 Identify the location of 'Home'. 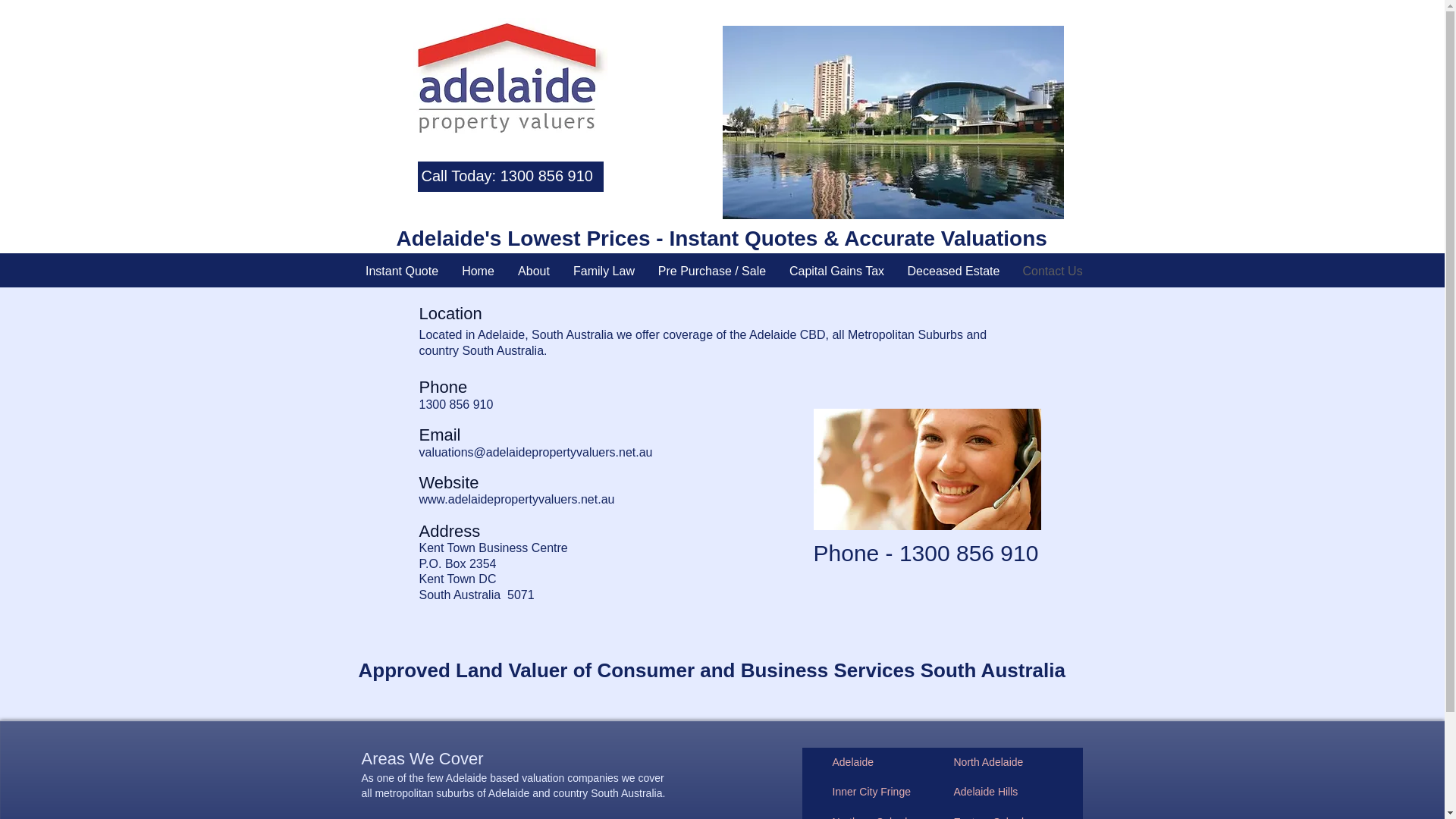
(477, 270).